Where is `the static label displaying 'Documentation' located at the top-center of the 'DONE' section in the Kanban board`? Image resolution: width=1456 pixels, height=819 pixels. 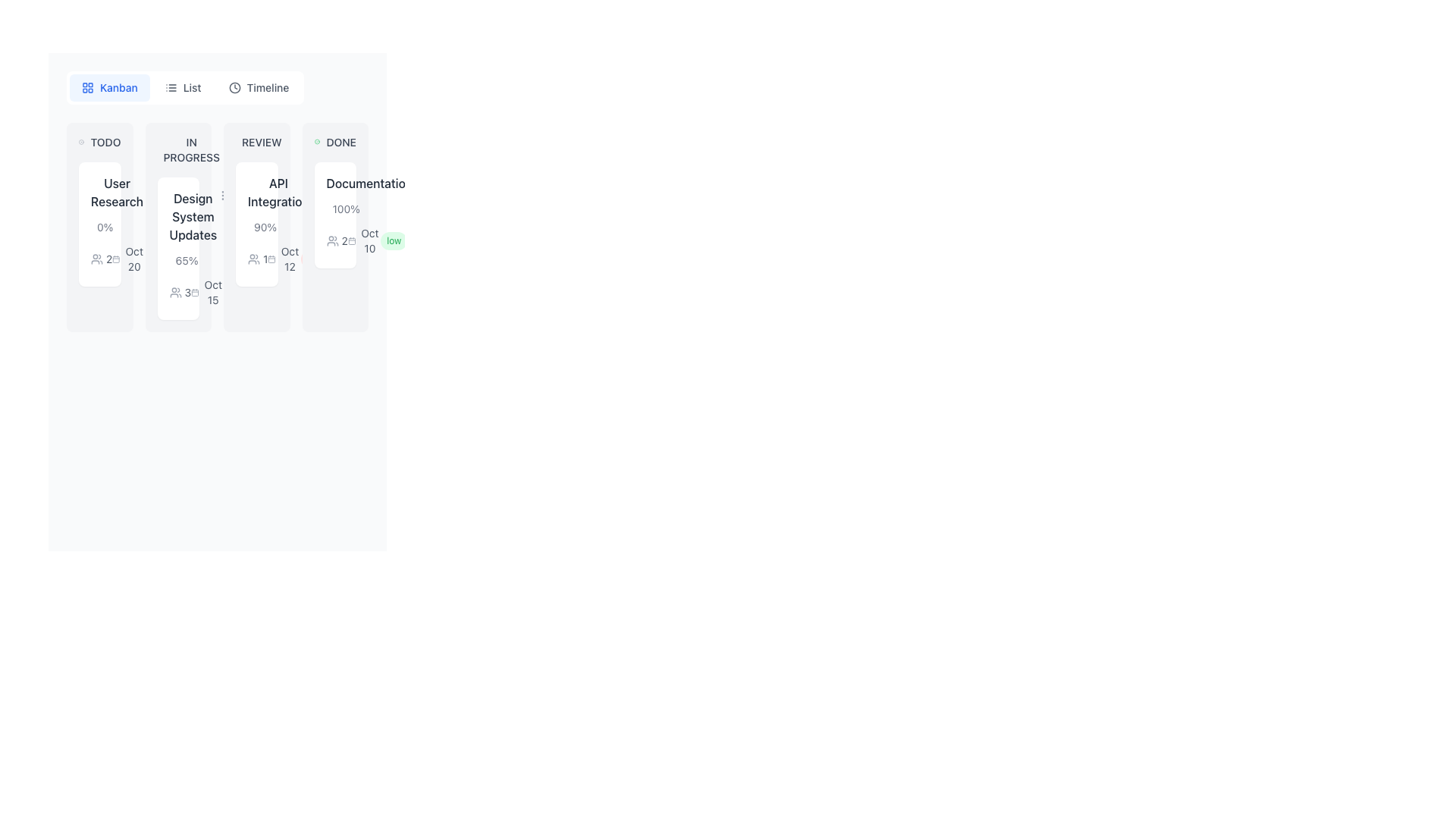
the static label displaying 'Documentation' located at the top-center of the 'DONE' section in the Kanban board is located at coordinates (369, 183).